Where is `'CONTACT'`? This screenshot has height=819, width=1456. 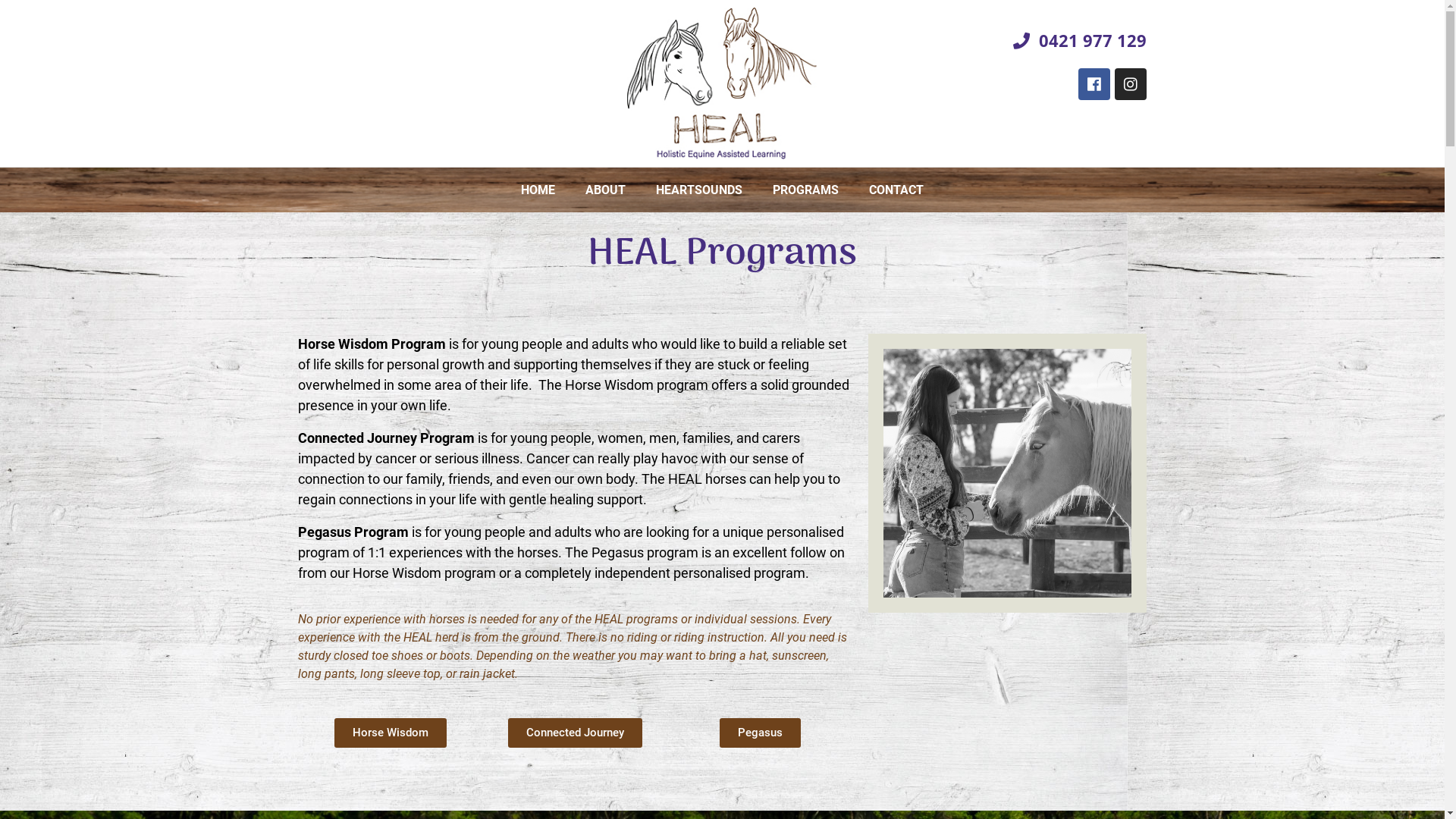
'CONTACT' is located at coordinates (896, 189).